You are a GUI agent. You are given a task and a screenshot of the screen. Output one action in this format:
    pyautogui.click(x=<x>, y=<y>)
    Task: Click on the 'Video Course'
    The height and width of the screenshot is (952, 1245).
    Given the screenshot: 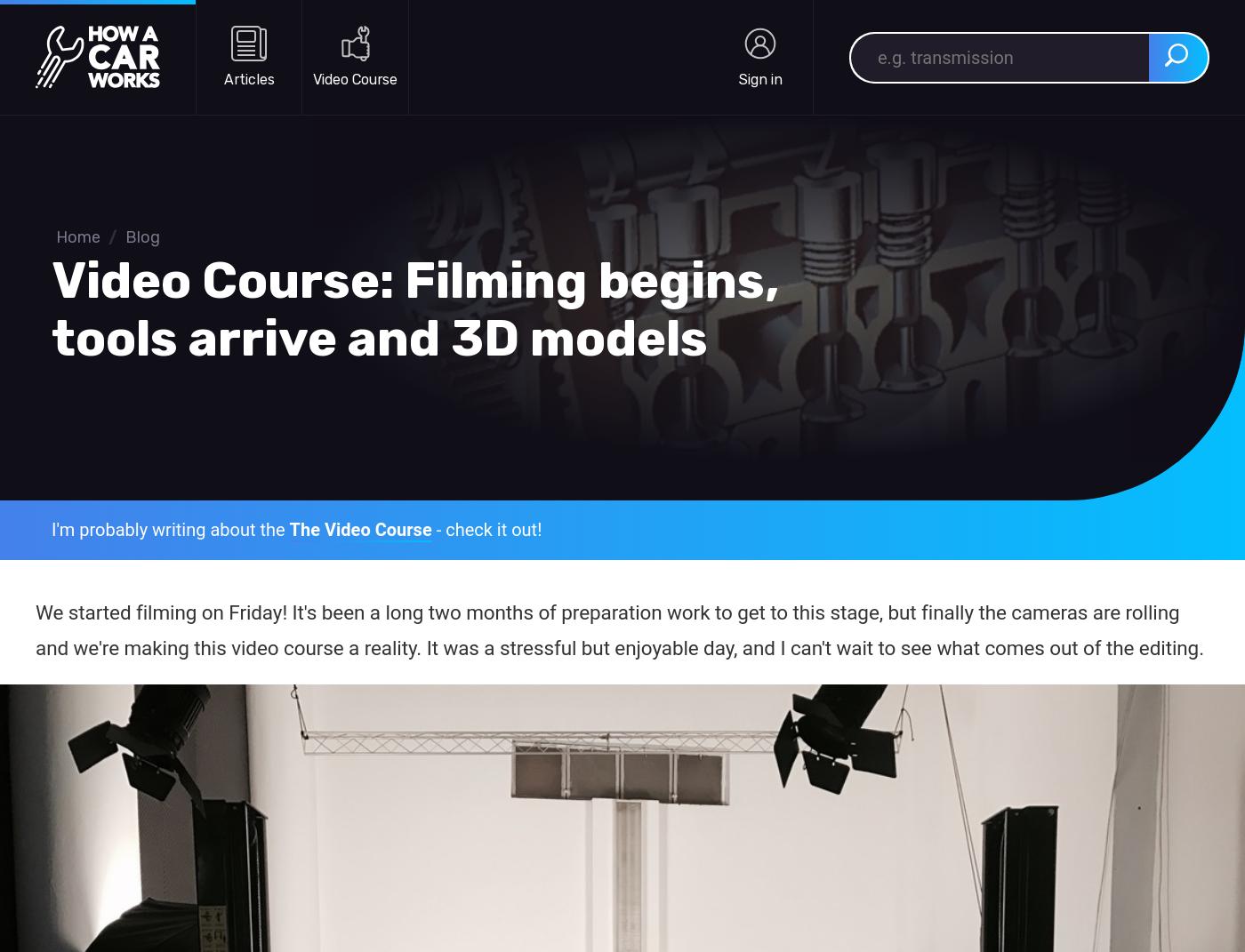 What is the action you would take?
    pyautogui.click(x=312, y=78)
    